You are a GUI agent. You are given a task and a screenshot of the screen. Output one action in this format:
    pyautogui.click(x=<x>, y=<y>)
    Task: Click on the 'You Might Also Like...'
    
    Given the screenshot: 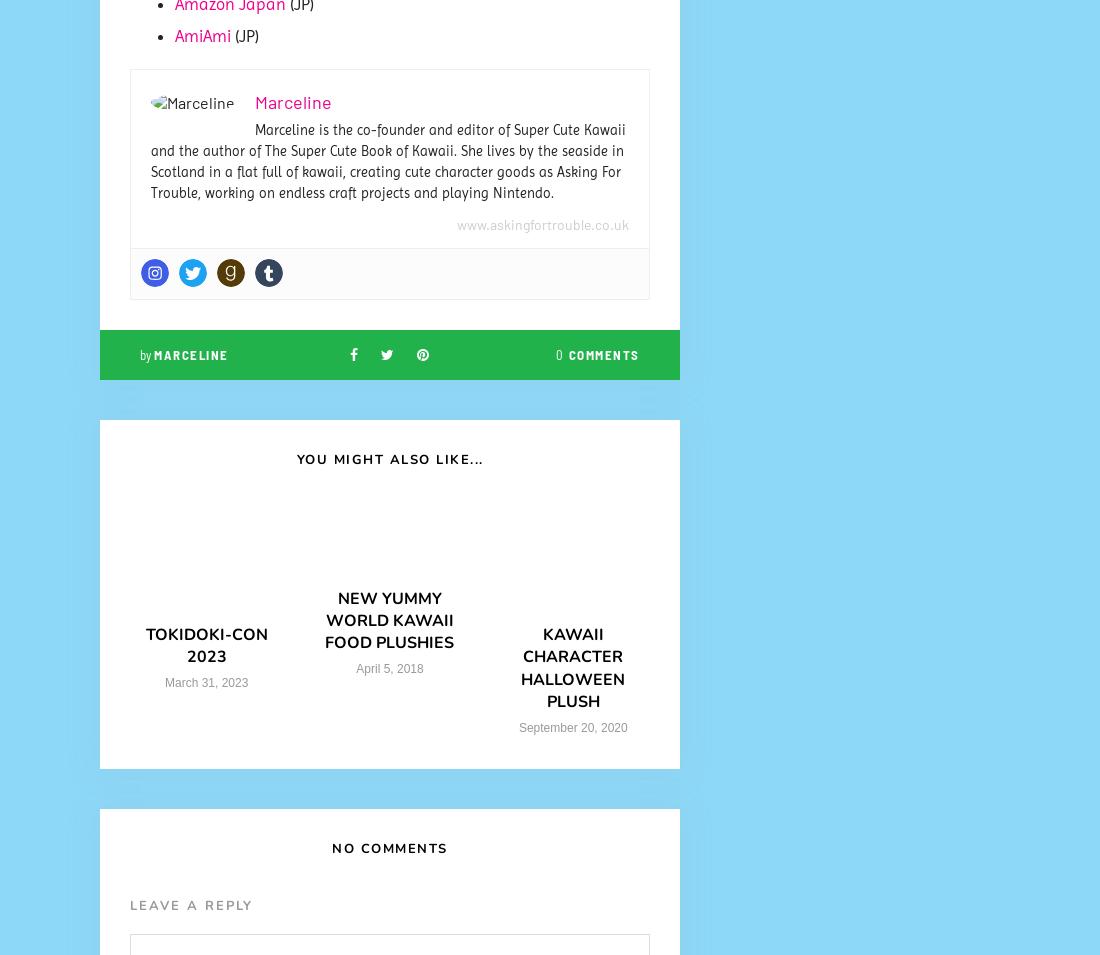 What is the action you would take?
    pyautogui.click(x=389, y=459)
    